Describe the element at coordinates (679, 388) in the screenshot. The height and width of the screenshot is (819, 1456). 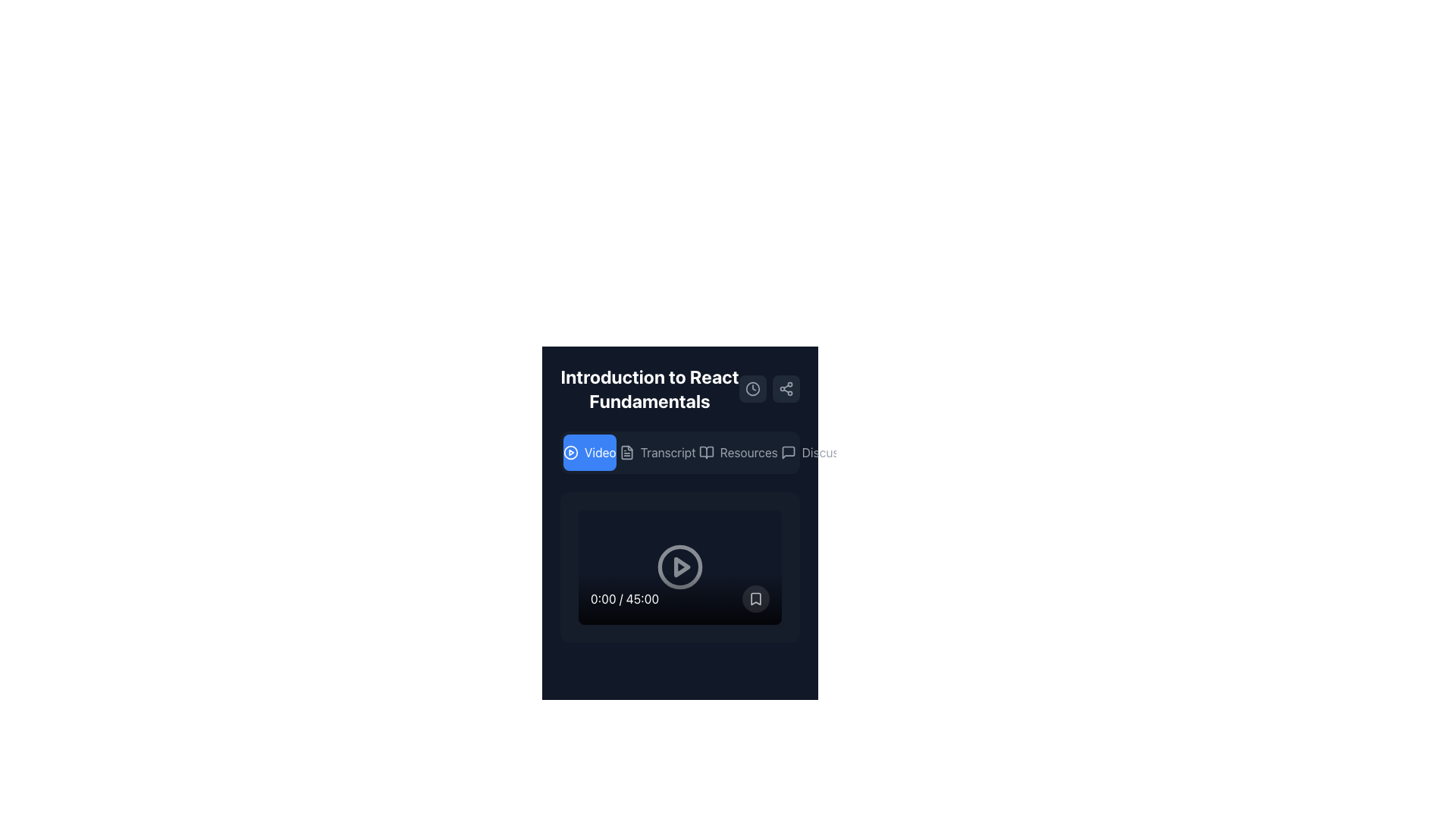
I see `the prominently displayed text label reading 'Introduction to React Fundamentals'` at that location.